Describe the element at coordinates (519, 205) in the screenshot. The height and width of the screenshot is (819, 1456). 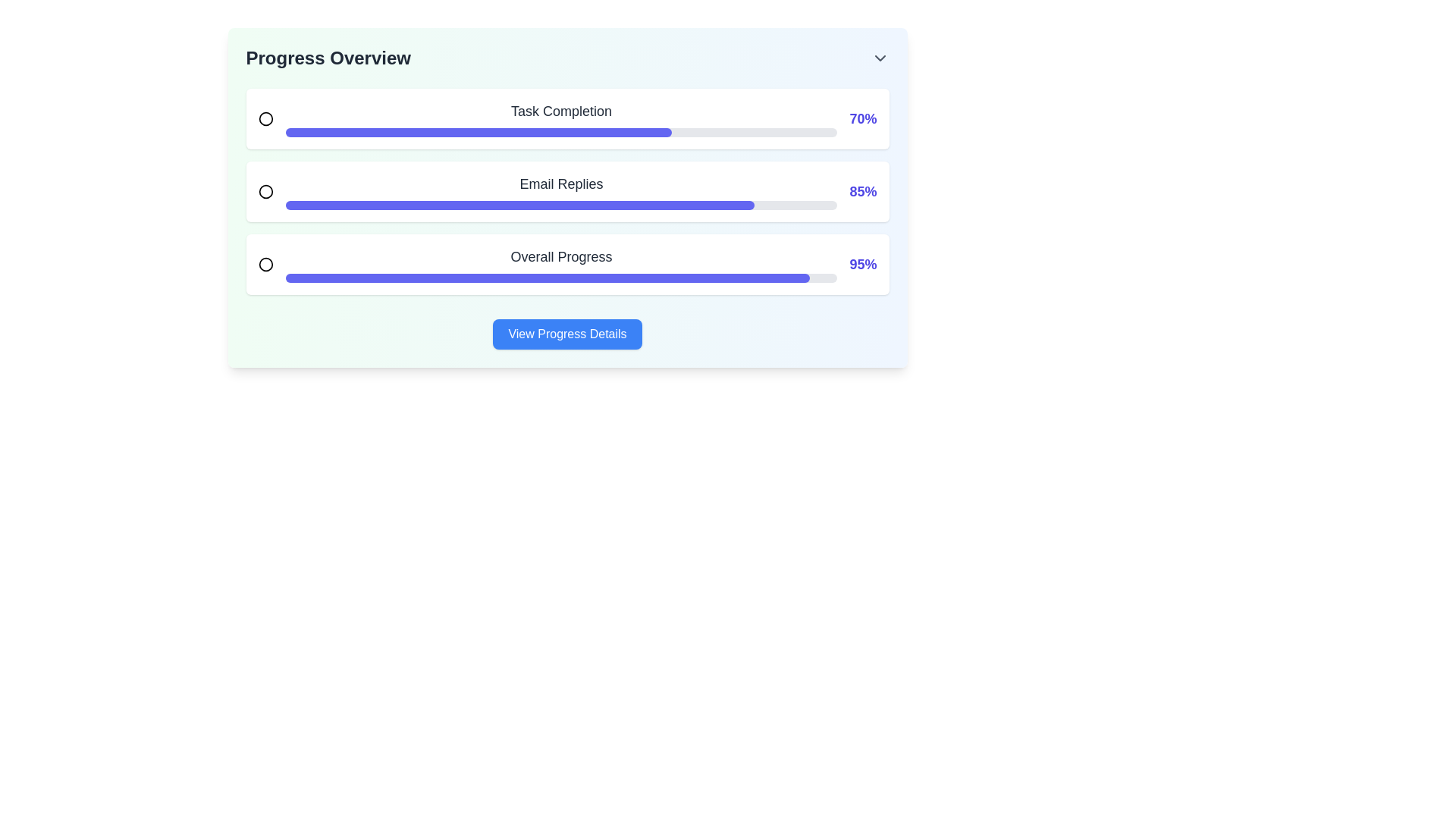
I see `the progress bar filling segment representing 85% completion under the 'Email Replies' label in the 'Progress Overview' section` at that location.